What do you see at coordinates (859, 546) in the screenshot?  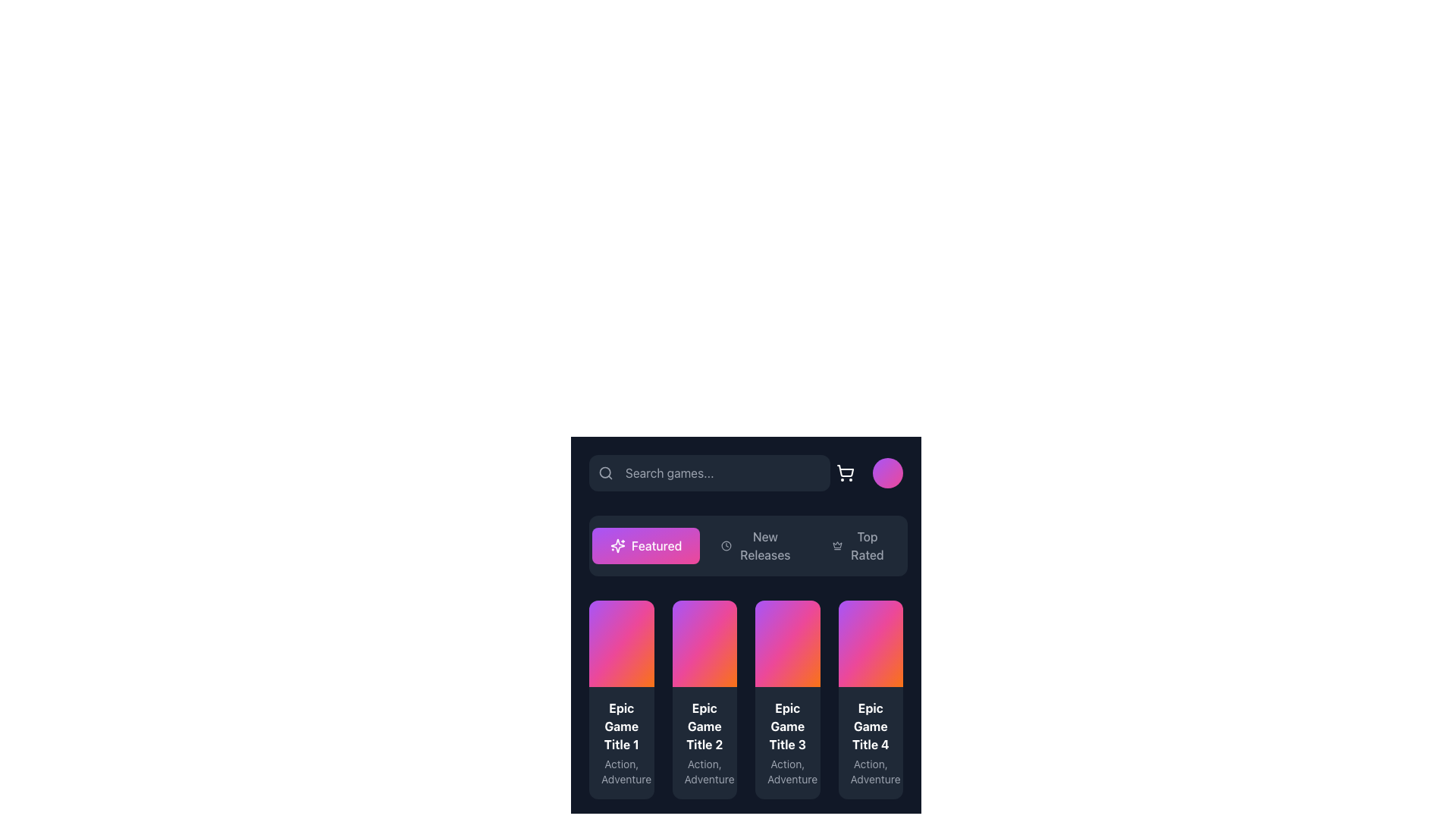 I see `the 'Top Rated' button` at bounding box center [859, 546].